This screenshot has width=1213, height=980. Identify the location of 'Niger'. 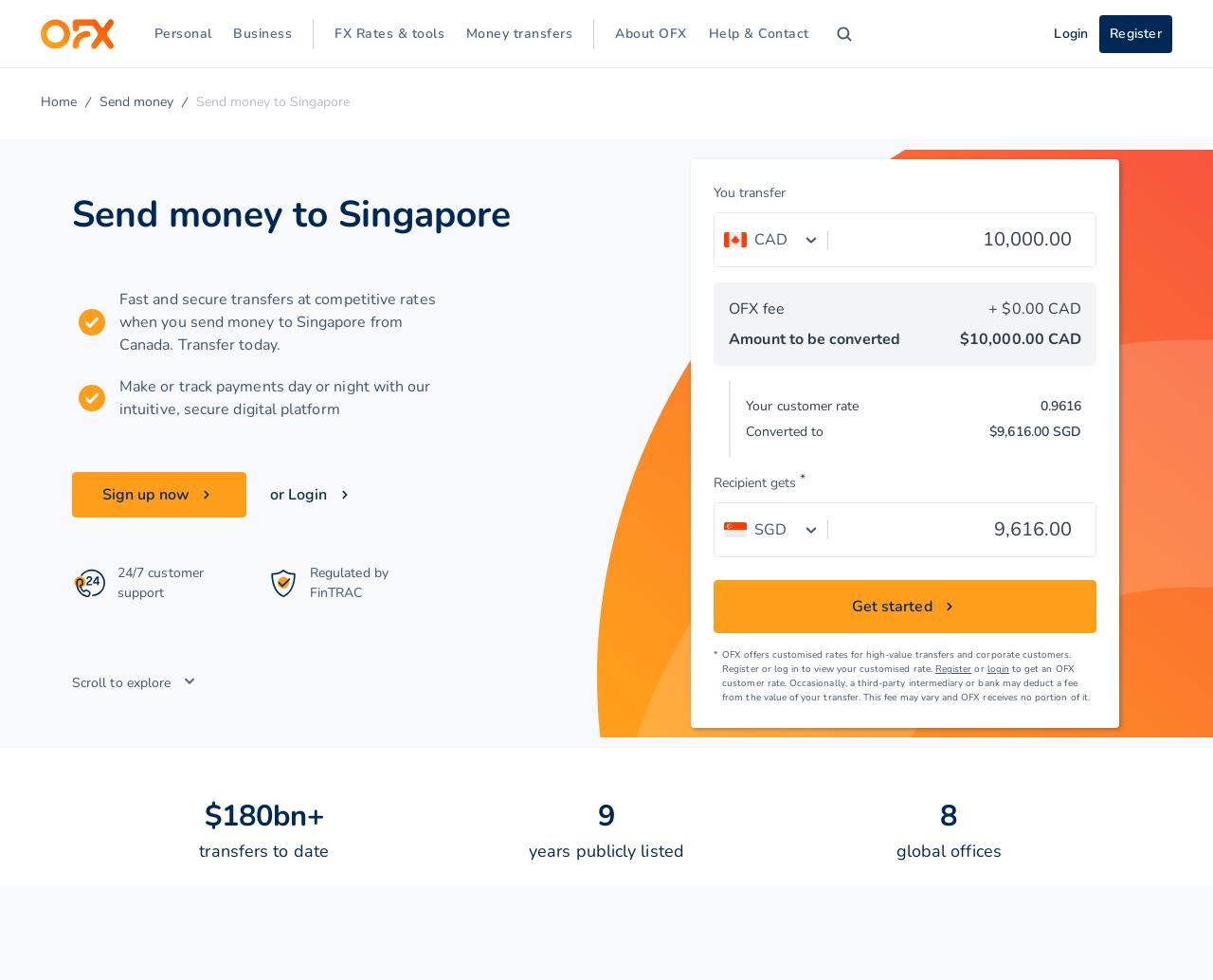
(656, 623).